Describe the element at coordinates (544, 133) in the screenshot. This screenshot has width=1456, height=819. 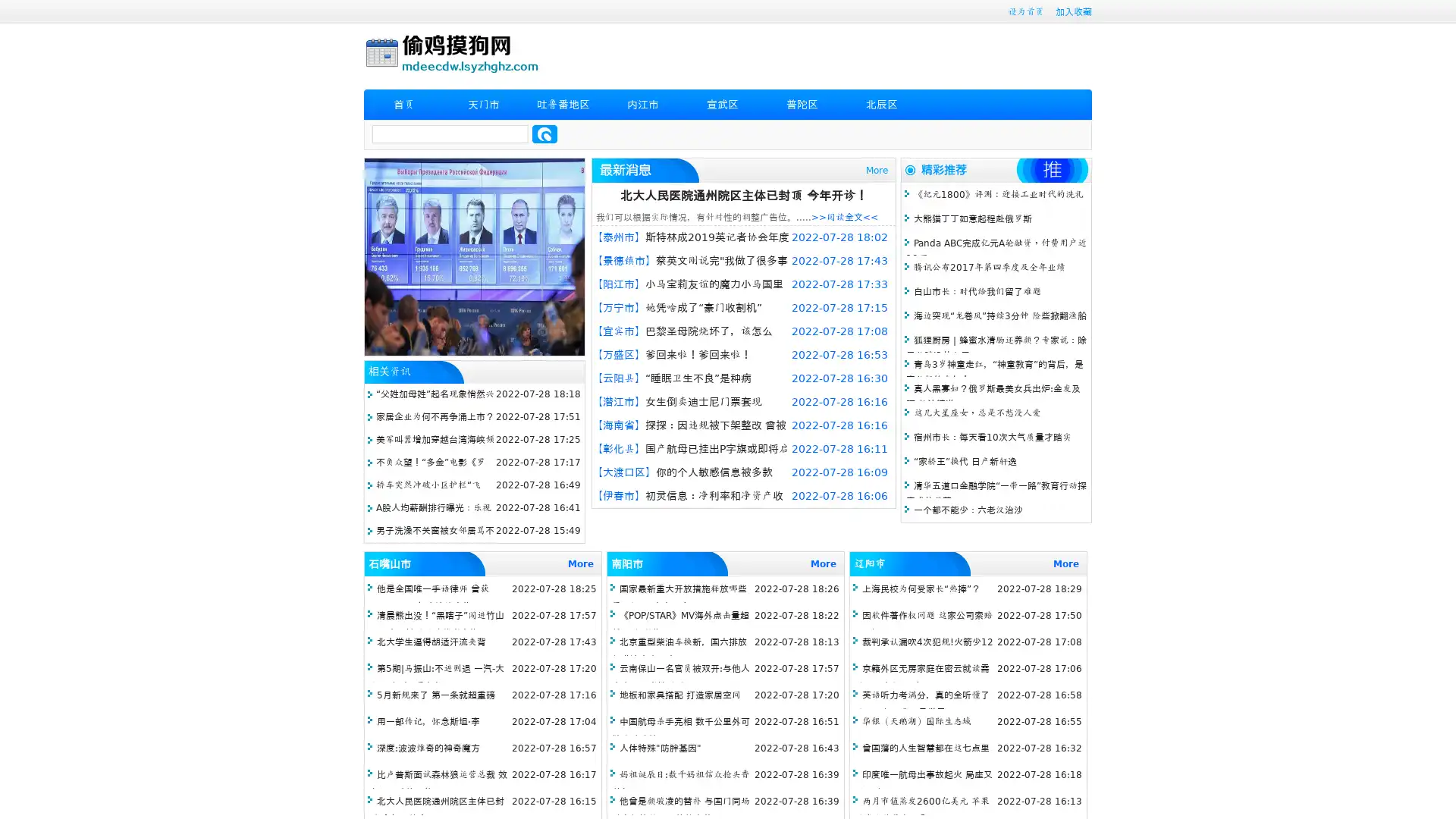
I see `Search` at that location.